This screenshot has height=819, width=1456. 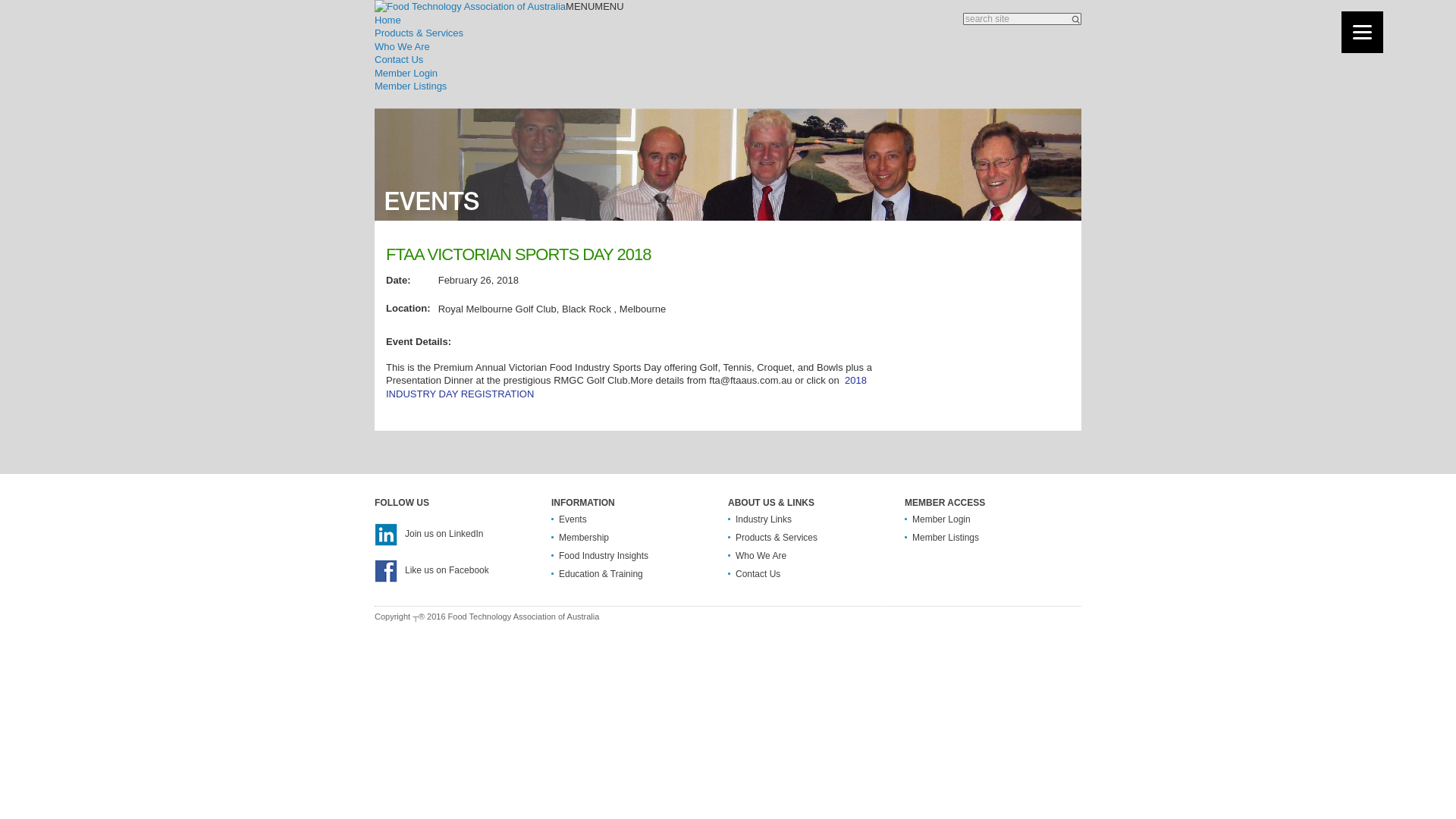 What do you see at coordinates (761, 555) in the screenshot?
I see `'Who We Are'` at bounding box center [761, 555].